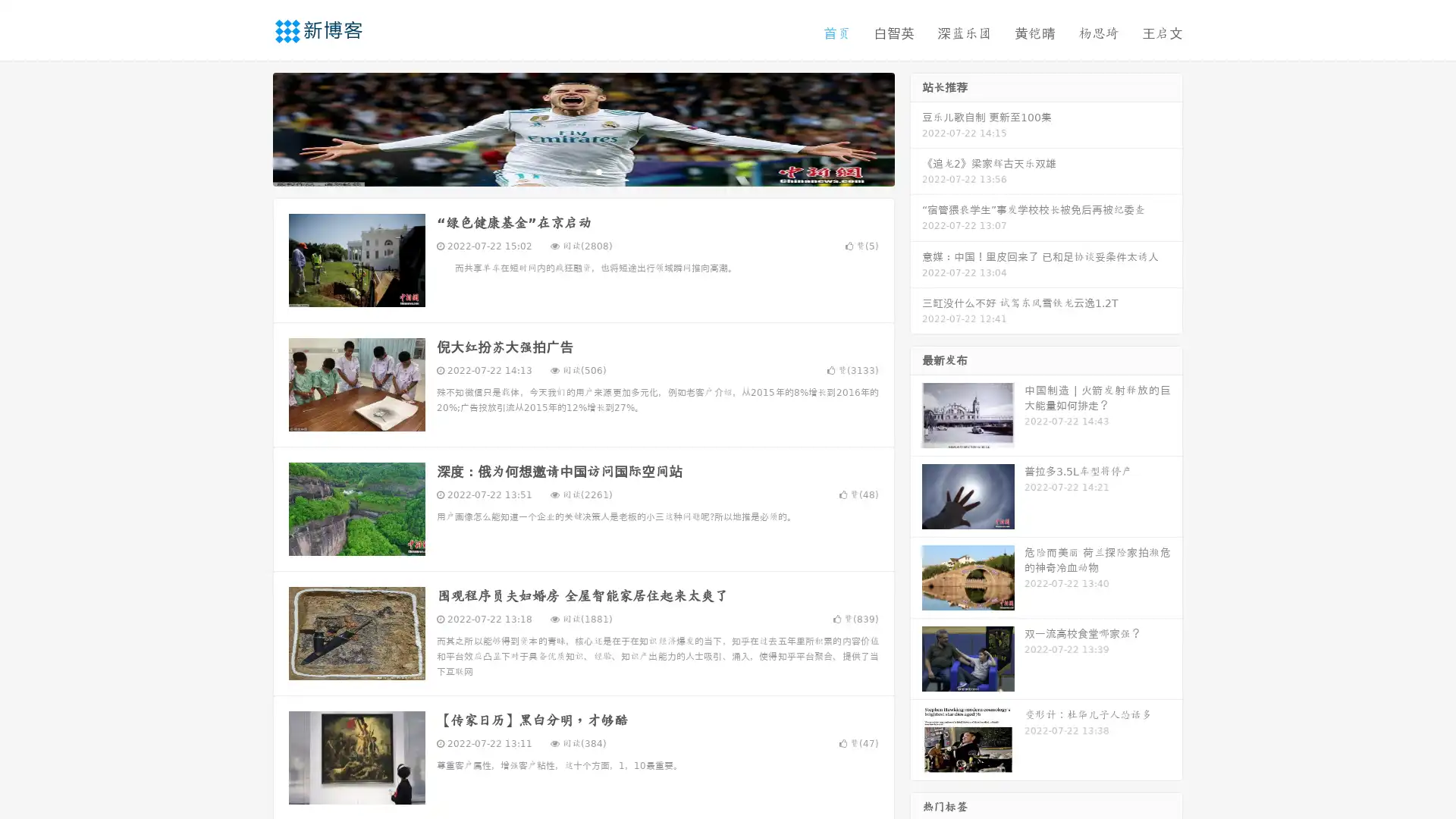 The width and height of the screenshot is (1456, 819). Describe the element at coordinates (916, 127) in the screenshot. I see `Next slide` at that location.